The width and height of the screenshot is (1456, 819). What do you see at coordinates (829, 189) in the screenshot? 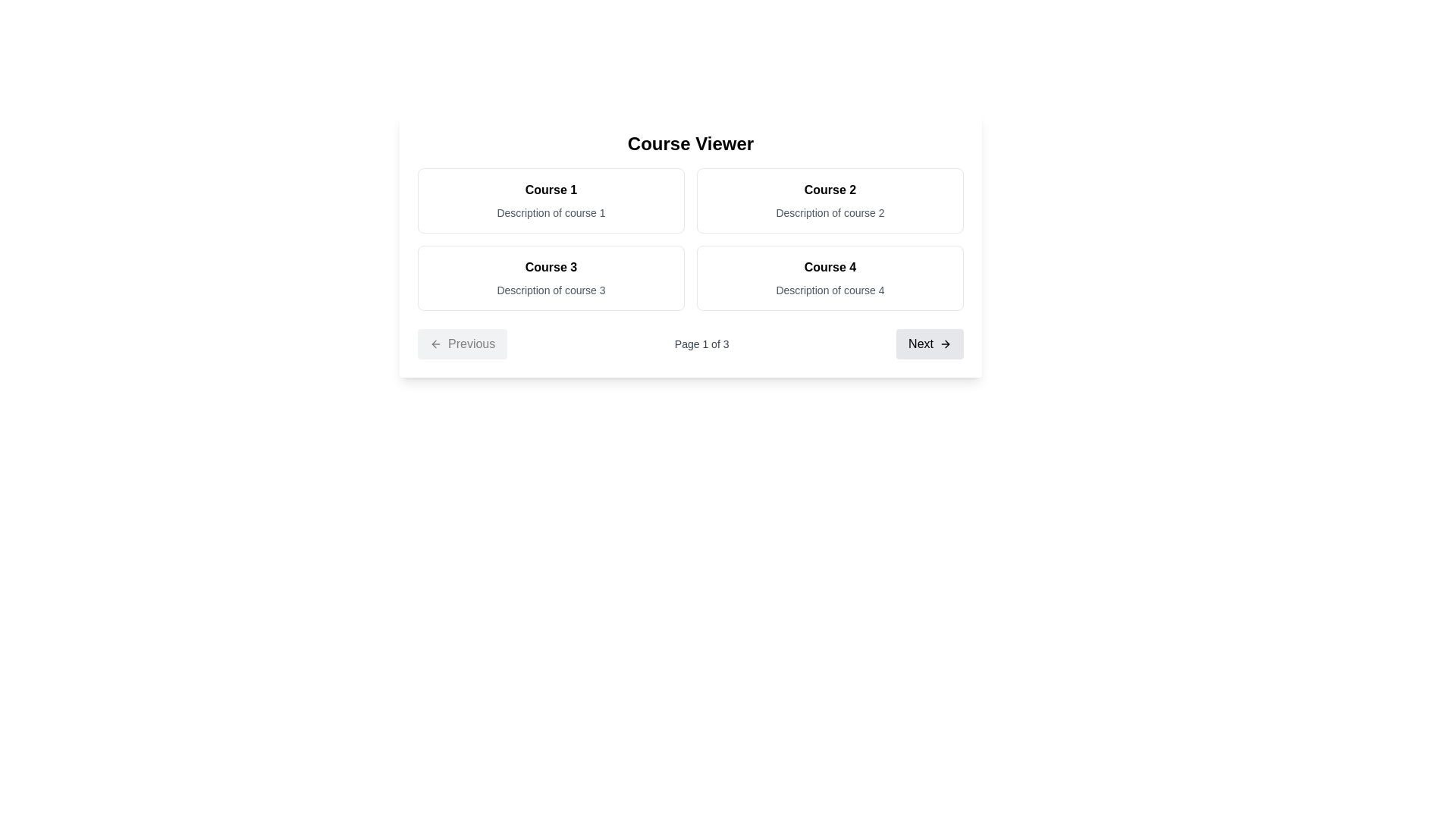
I see `the bold text label reading 'Course 2', which is styled with a larger font and is located in the top-right section of the grid layout, positioned above the text 'Description of course 2'` at bounding box center [829, 189].